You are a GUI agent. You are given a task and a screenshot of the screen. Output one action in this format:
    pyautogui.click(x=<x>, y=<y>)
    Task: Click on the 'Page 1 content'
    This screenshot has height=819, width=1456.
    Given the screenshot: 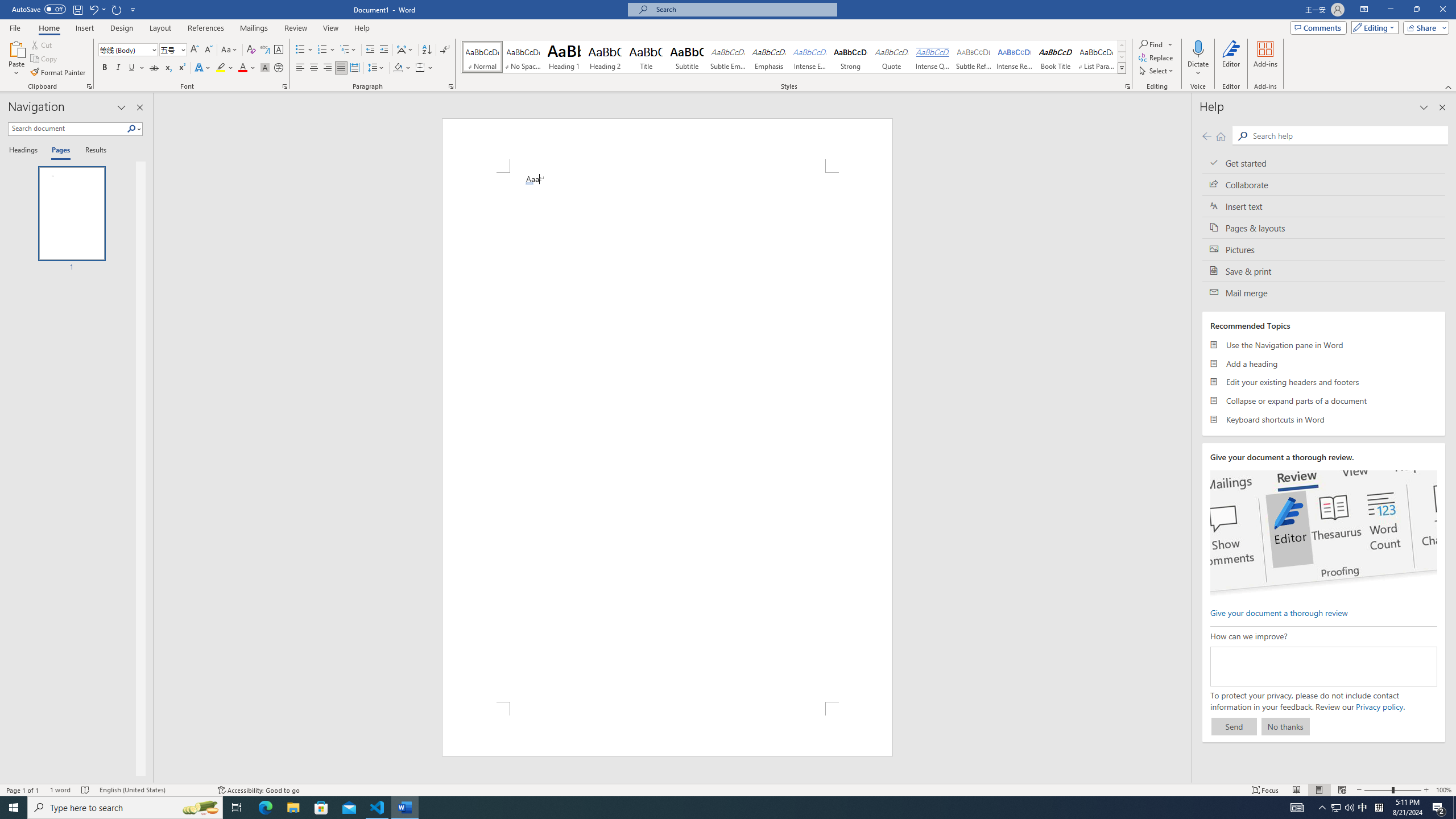 What is the action you would take?
    pyautogui.click(x=667, y=436)
    